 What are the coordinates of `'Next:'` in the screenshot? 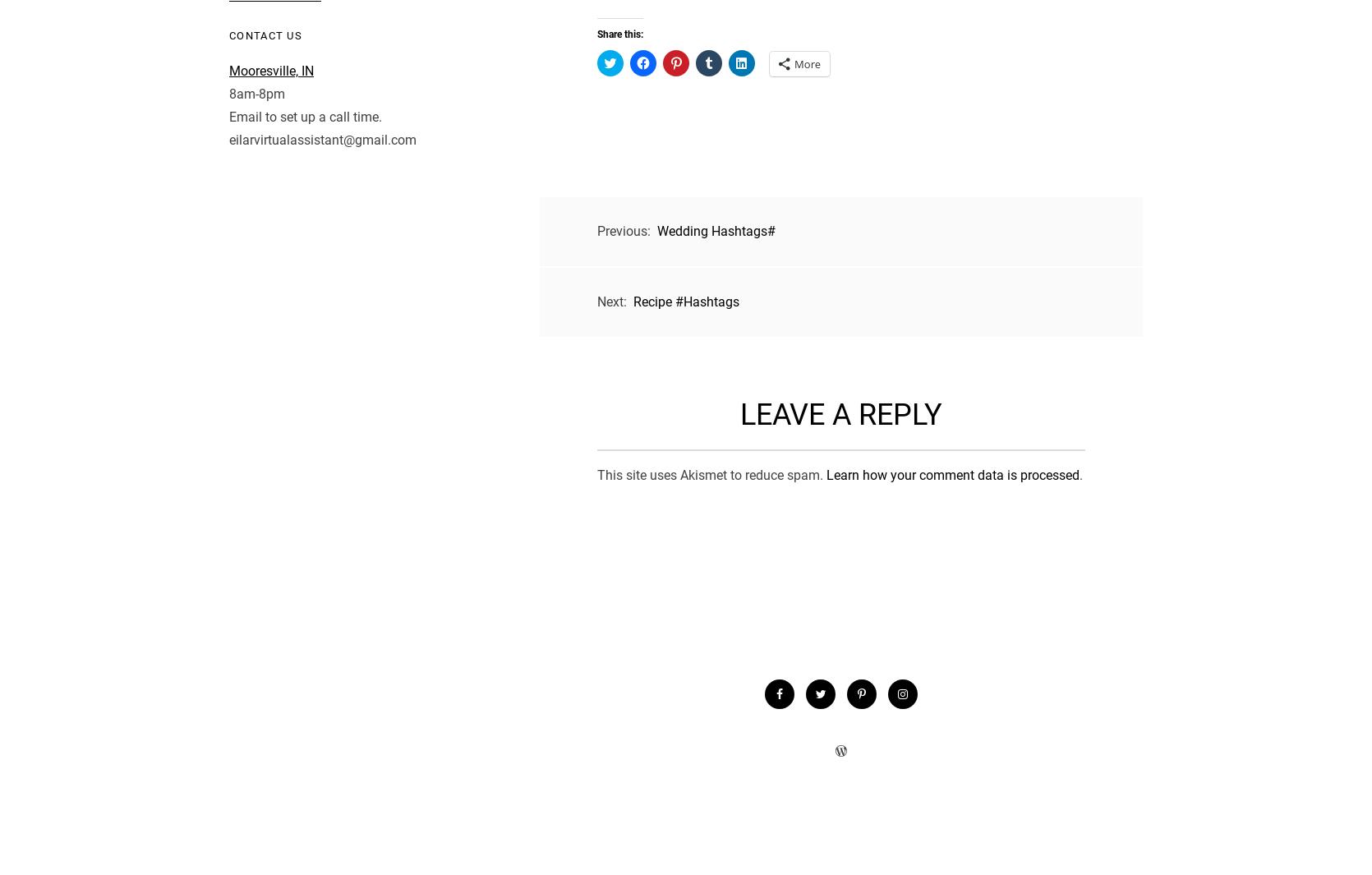 It's located at (611, 301).